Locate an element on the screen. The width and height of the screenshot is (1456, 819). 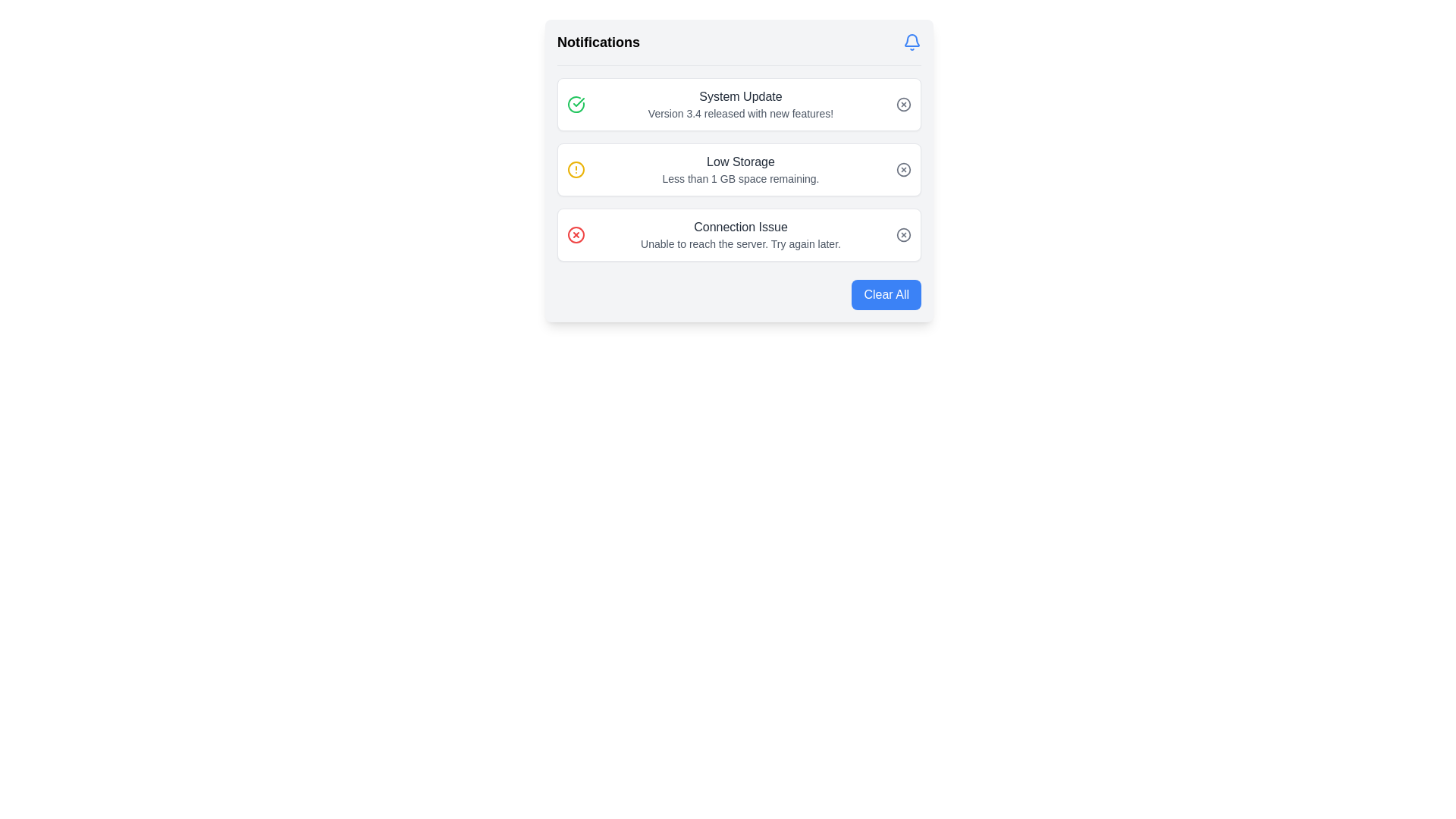
the Close button, which appears as a gray circle with an 'x' in the top-right corner of the 'Low Storage' notification card, to observe the color change is located at coordinates (903, 169).